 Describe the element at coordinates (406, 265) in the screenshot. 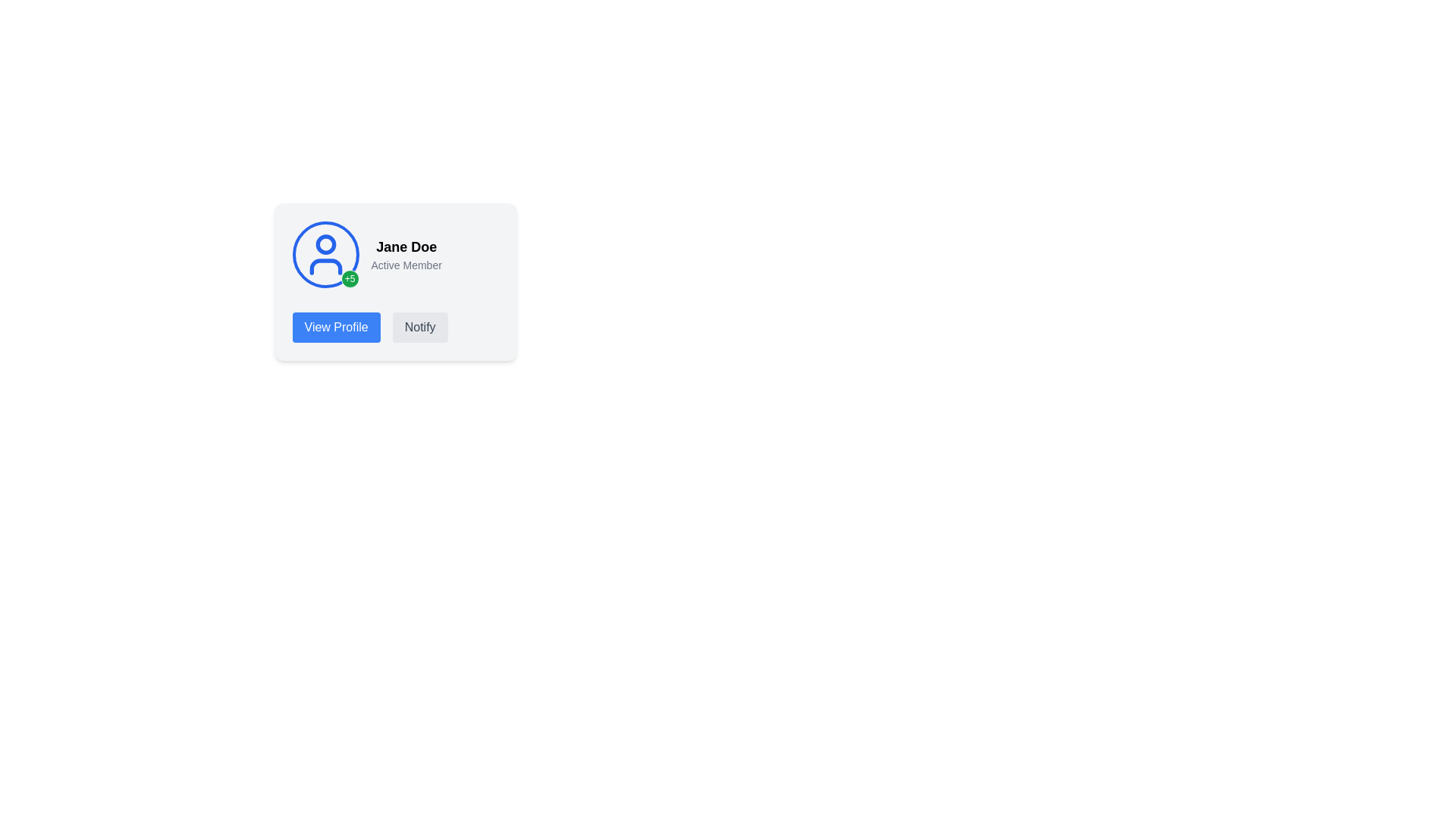

I see `the Text Label indicating the membership status or activity level of the user, located below the name 'Jane Doe' within the profile card section` at that location.